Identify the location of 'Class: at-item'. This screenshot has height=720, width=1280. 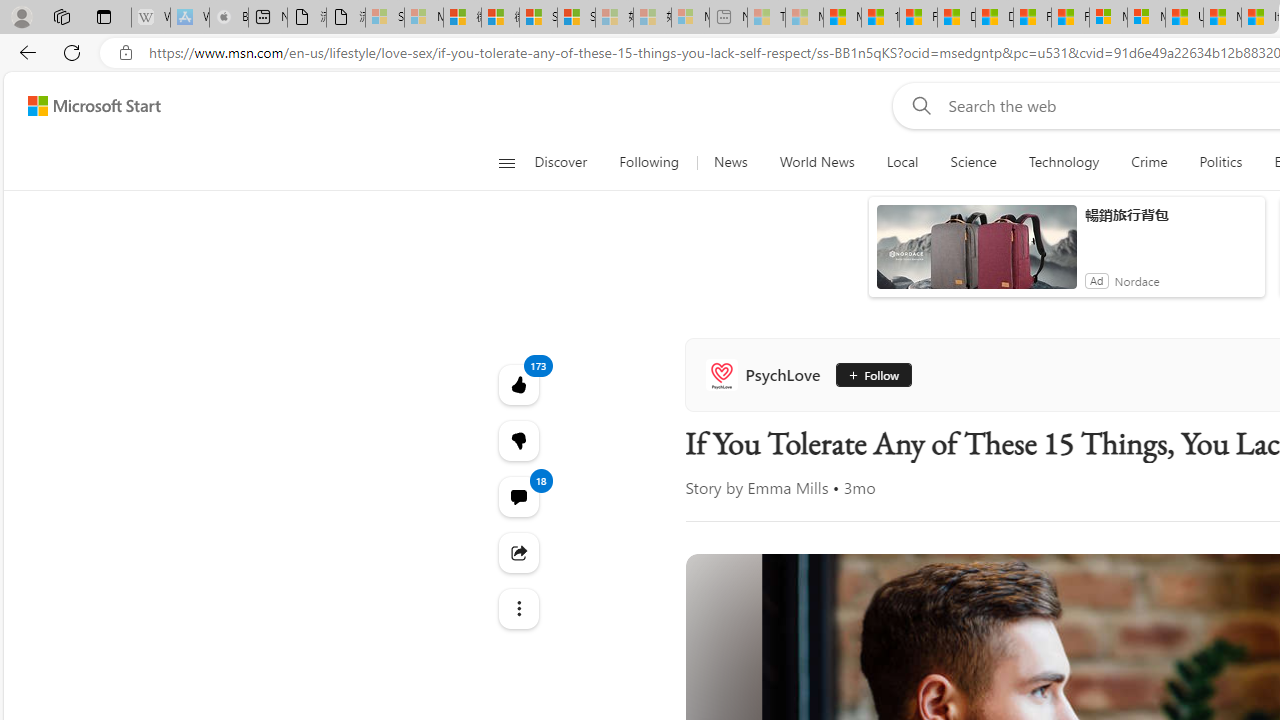
(518, 608).